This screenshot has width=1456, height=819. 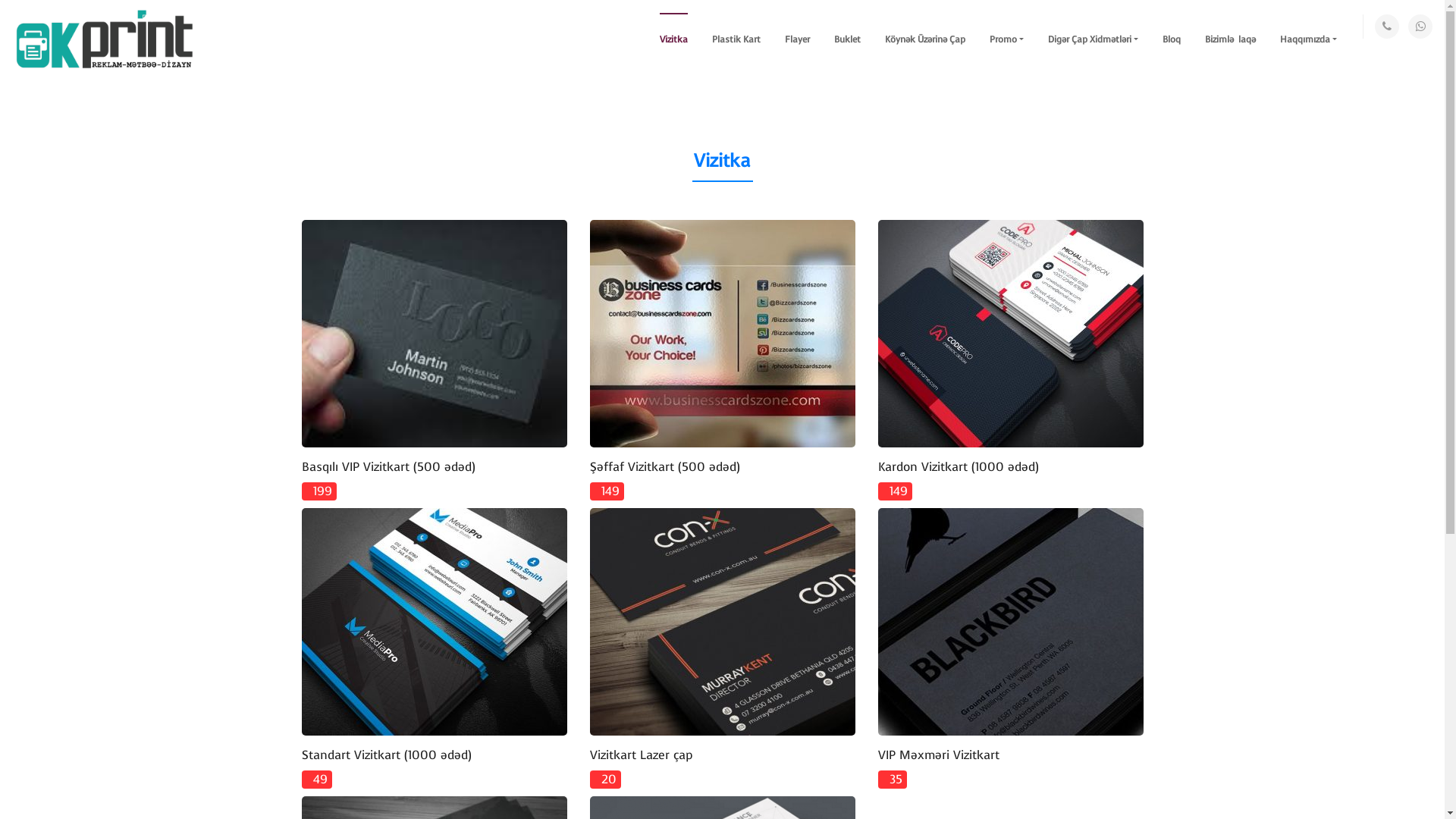 I want to click on 'Vizitka', so click(x=673, y=38).